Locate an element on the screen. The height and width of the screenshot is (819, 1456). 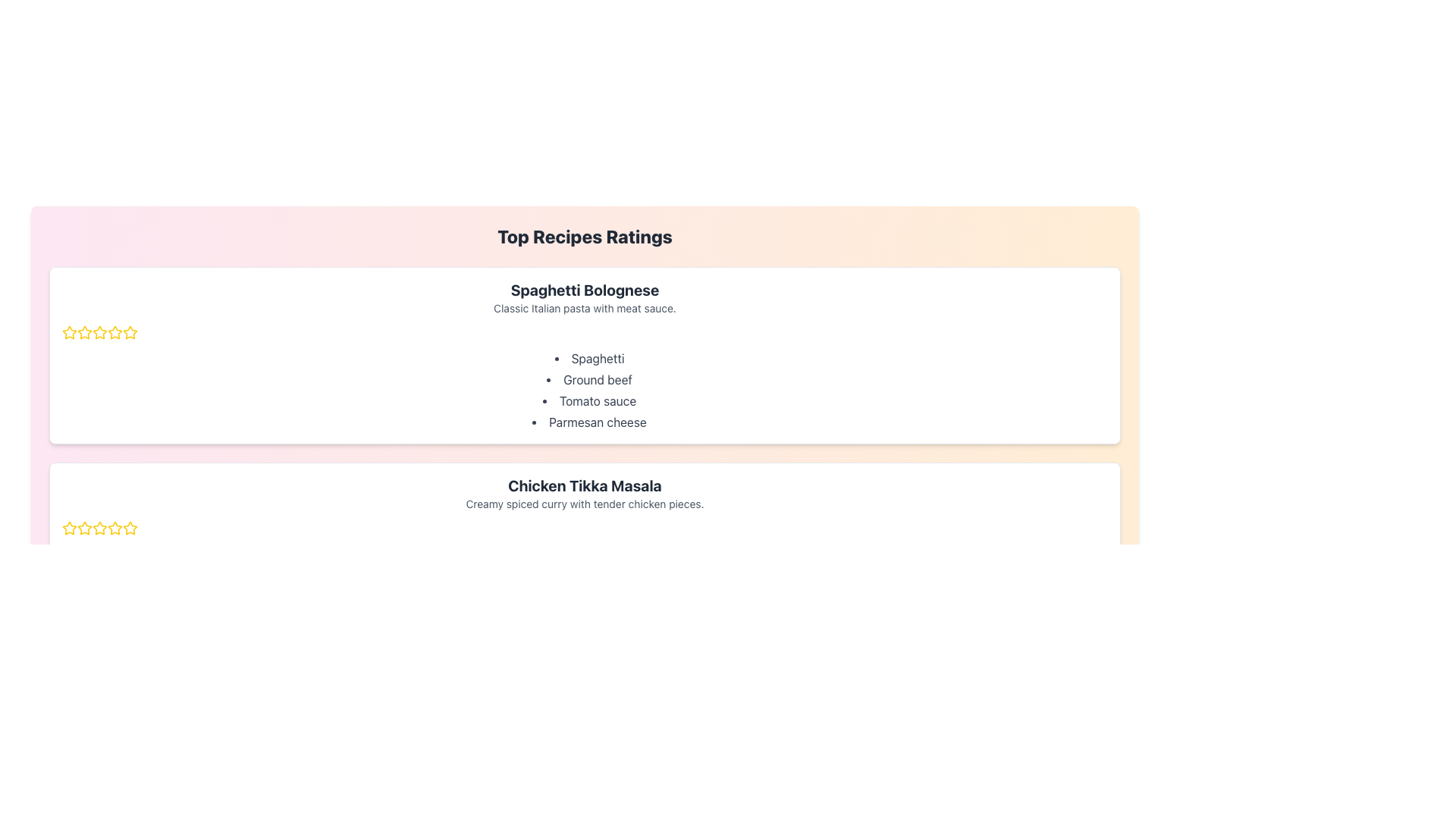
the leftmost star rating icon, which is styled with a yellow fill and thin outlines is located at coordinates (68, 528).